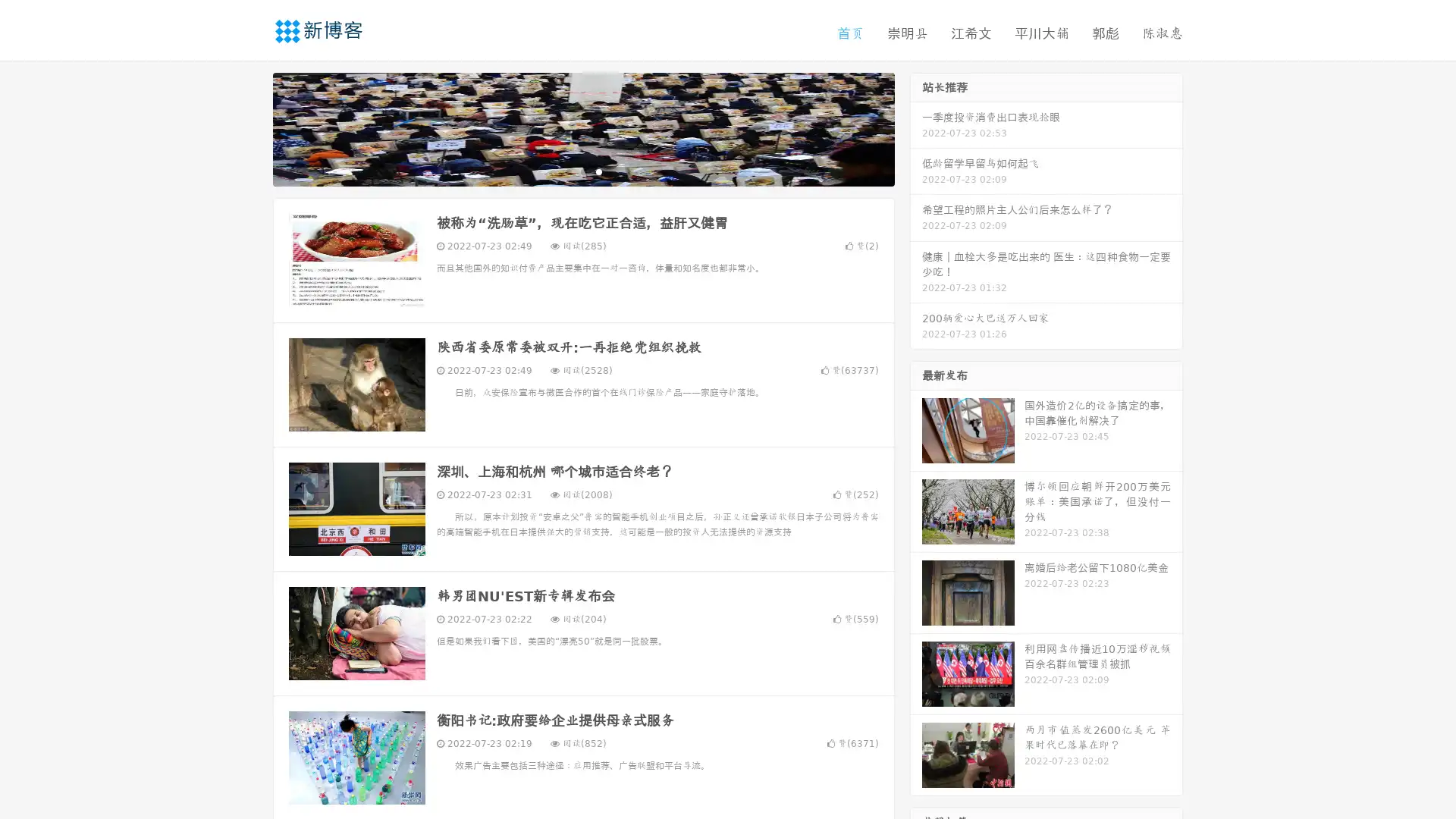  I want to click on Go to slide 1, so click(567, 171).